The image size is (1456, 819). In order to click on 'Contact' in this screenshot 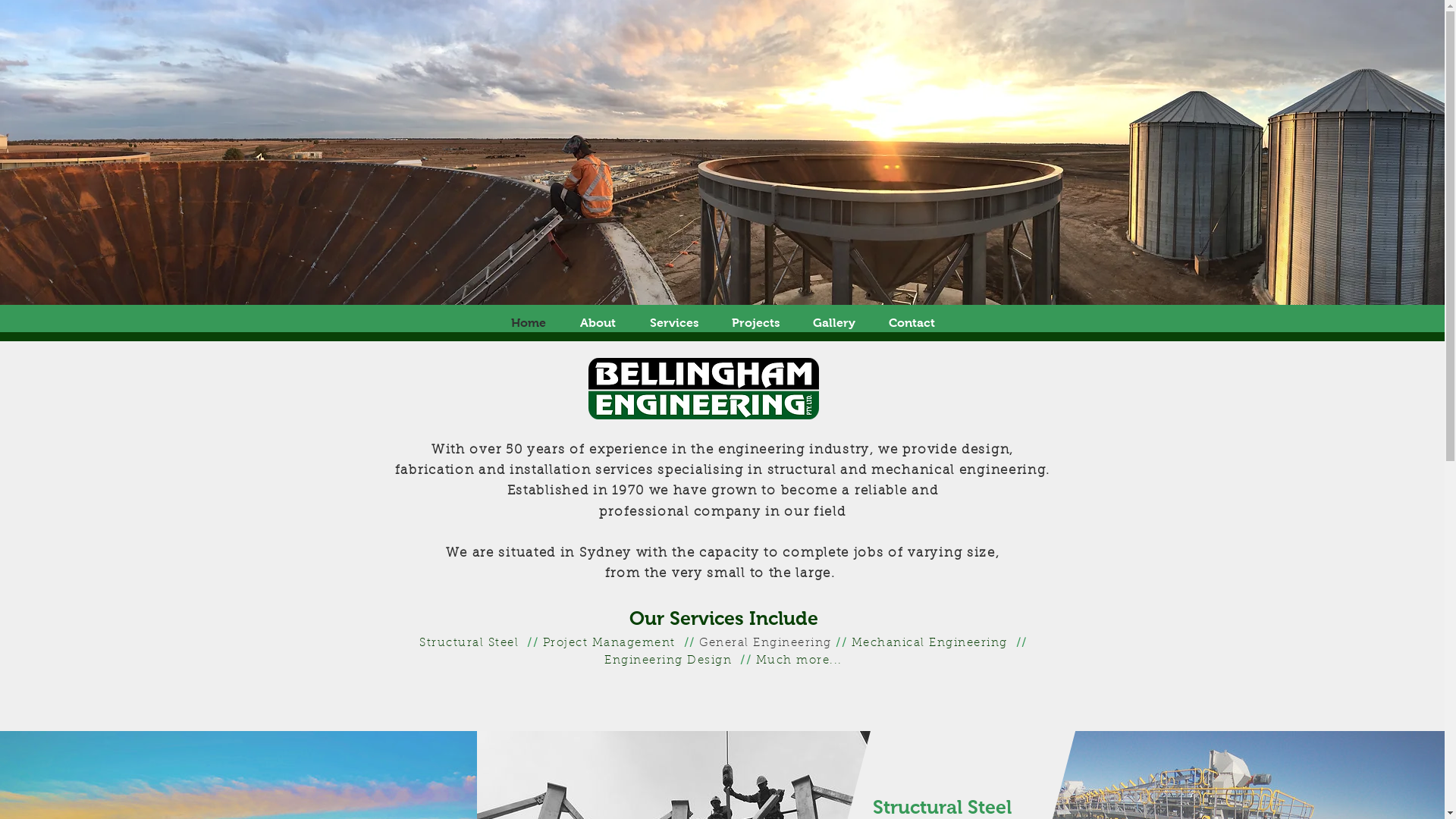, I will do `click(872, 322)`.